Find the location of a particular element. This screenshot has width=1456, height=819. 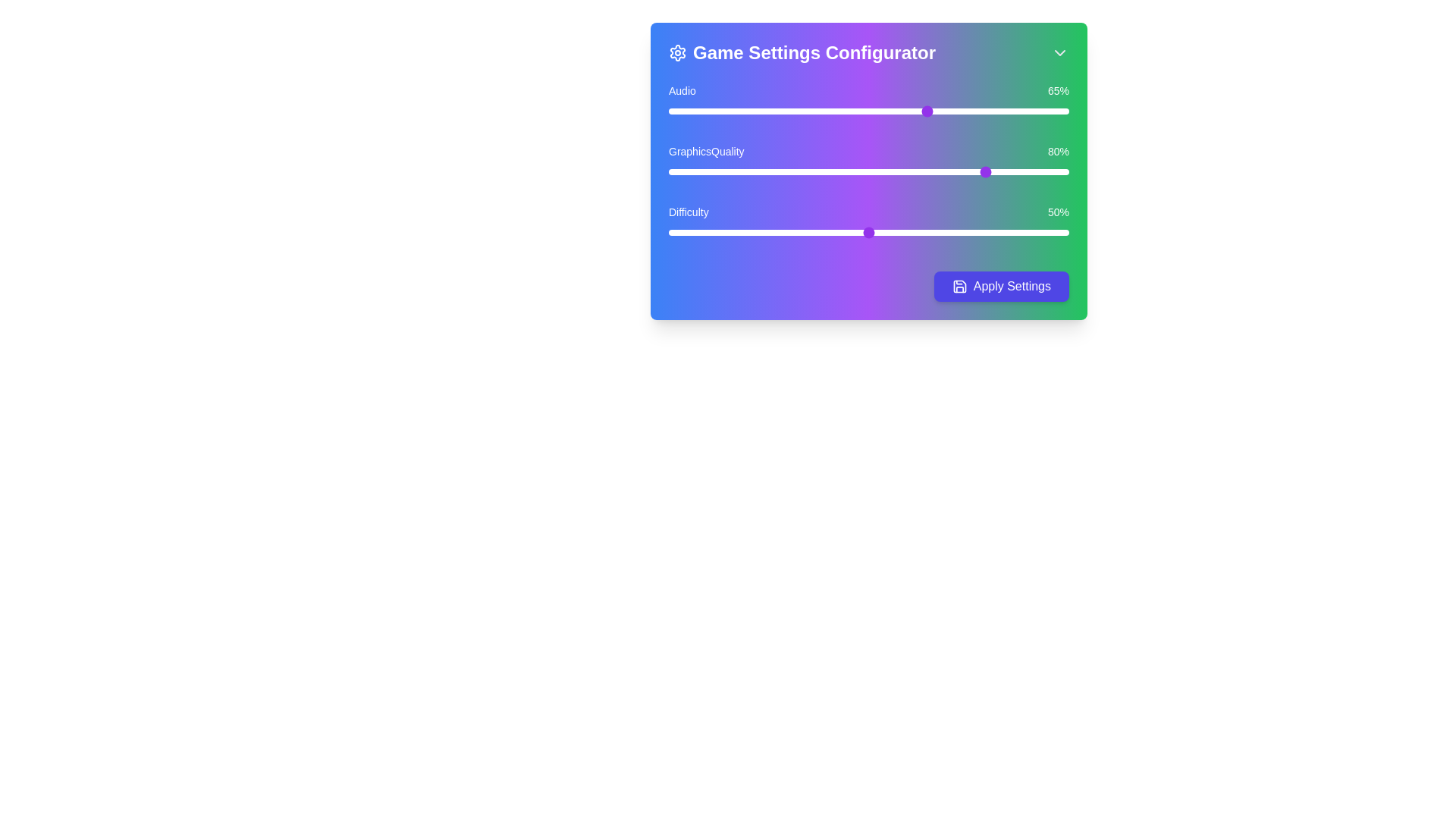

the difficulty slider is located at coordinates (832, 233).